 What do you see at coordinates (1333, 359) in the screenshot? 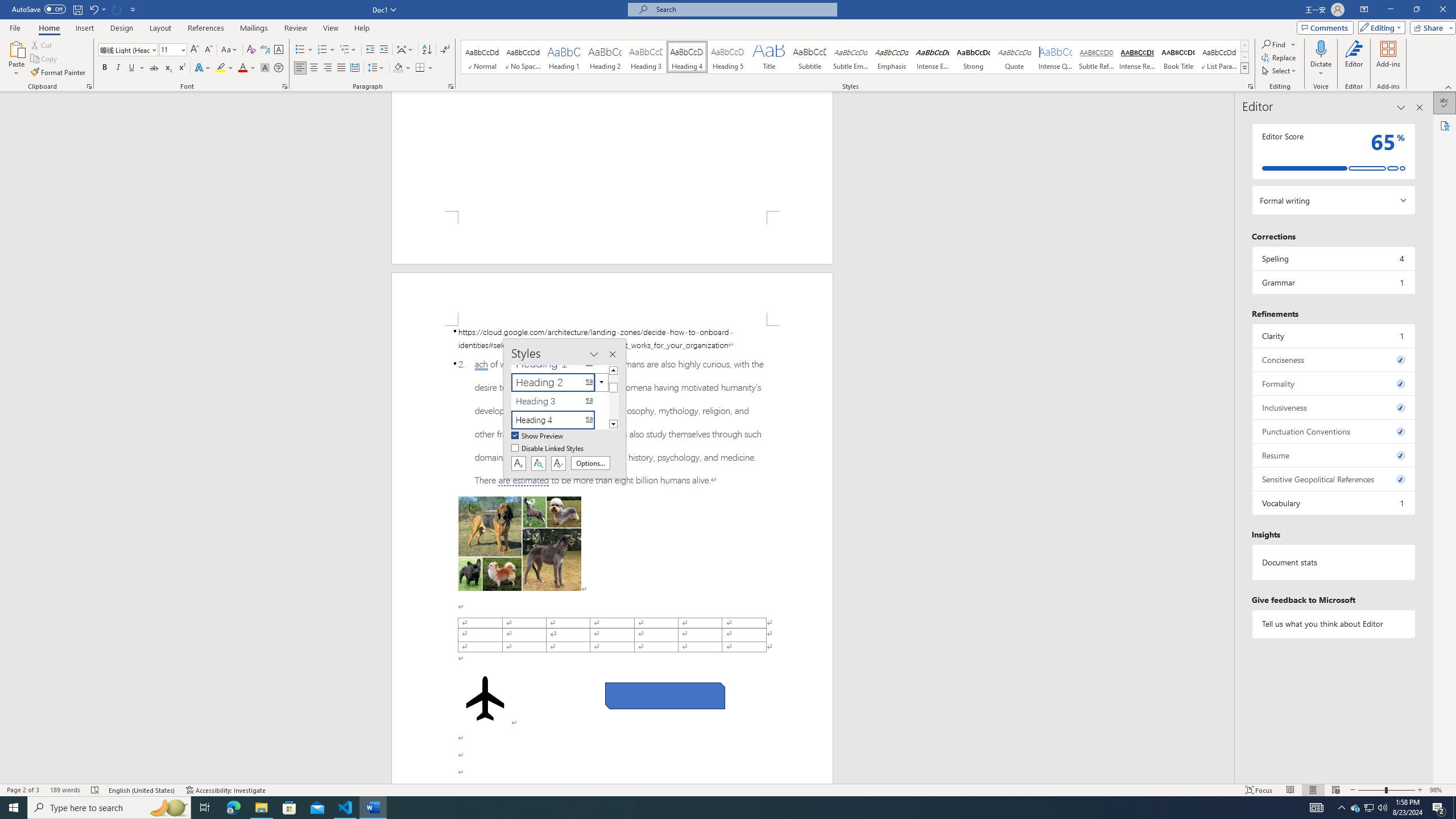
I see `'Conciseness, 0 issues. Press space or enter to review items.'` at bounding box center [1333, 359].